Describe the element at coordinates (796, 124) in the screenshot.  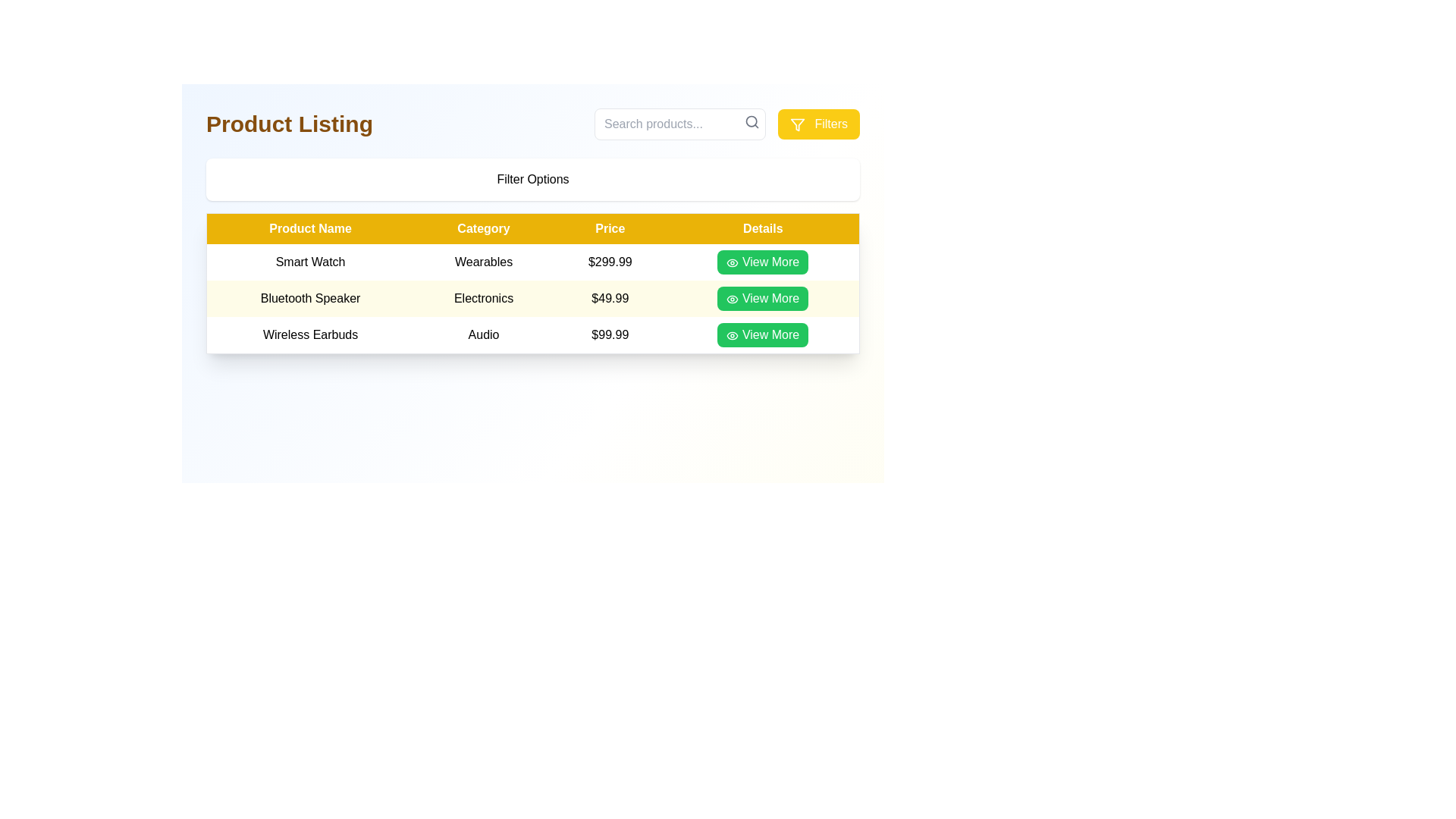
I see `the filter icon located within a yellow square button to the left of the 'Filters' button in the top-right area of the interface` at that location.